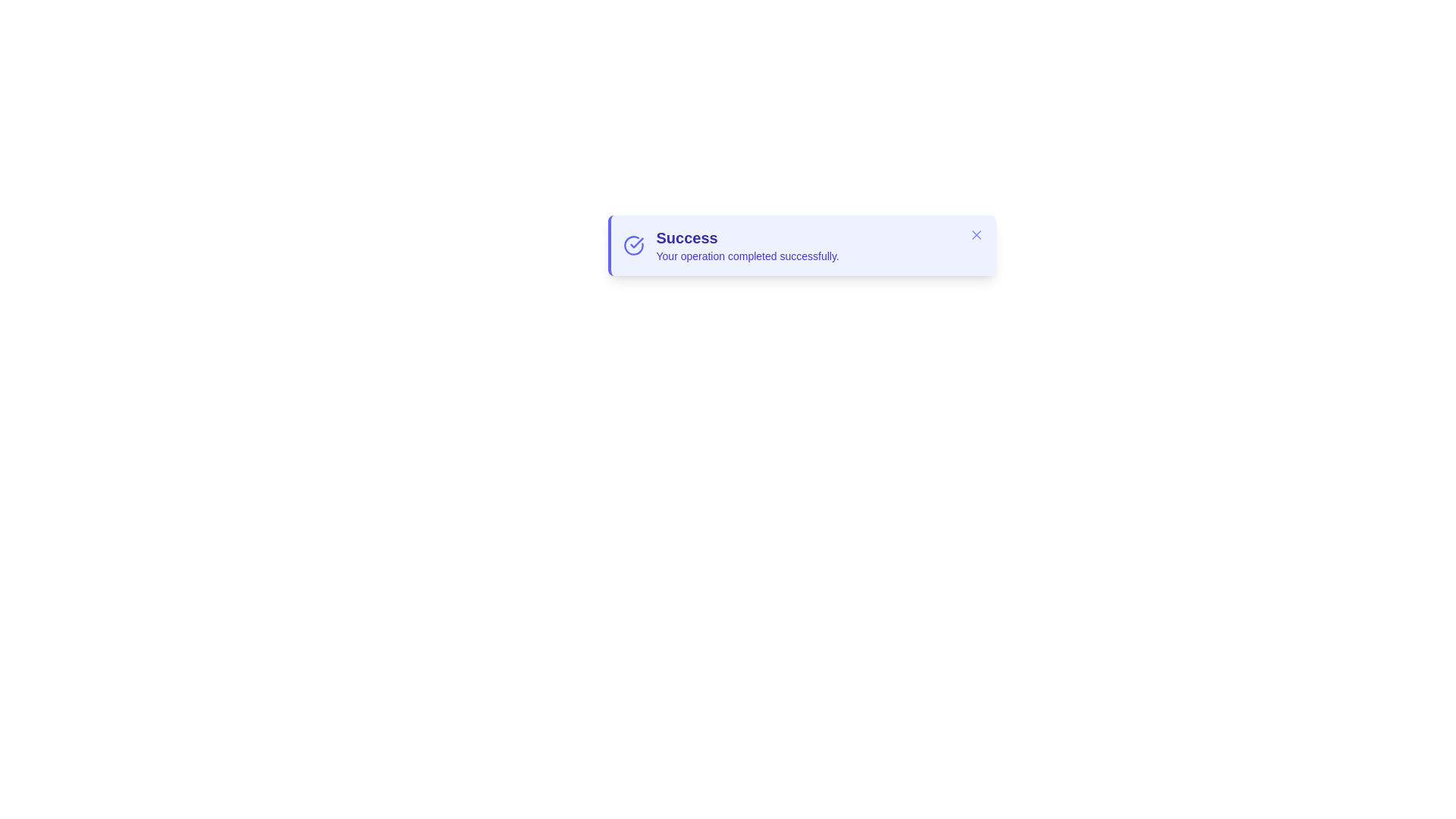 The image size is (1456, 819). What do you see at coordinates (976, 234) in the screenshot?
I see `the graphical close button located in the upper-right corner of the notification box` at bounding box center [976, 234].